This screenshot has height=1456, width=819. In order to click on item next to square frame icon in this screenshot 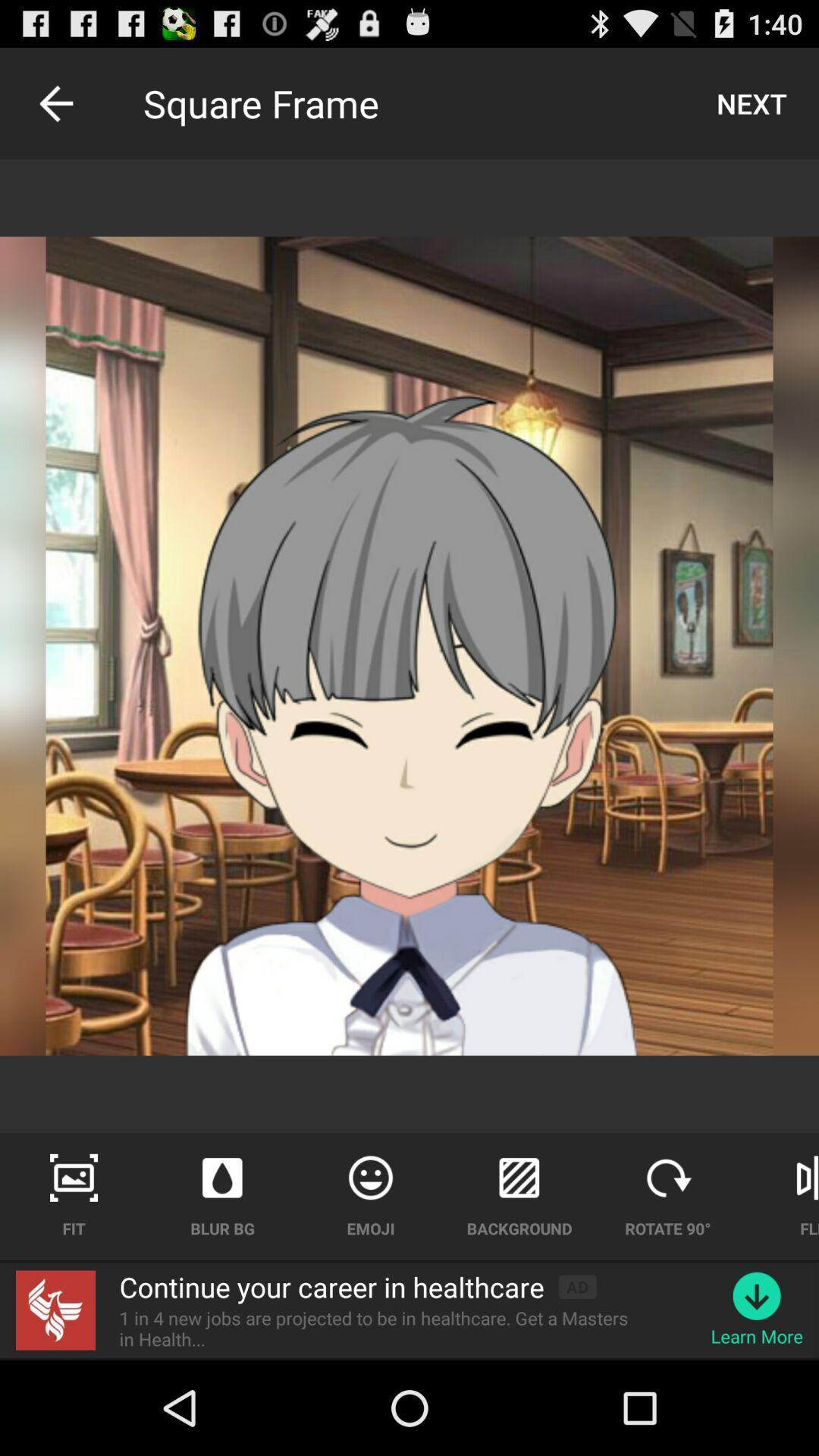, I will do `click(55, 102)`.